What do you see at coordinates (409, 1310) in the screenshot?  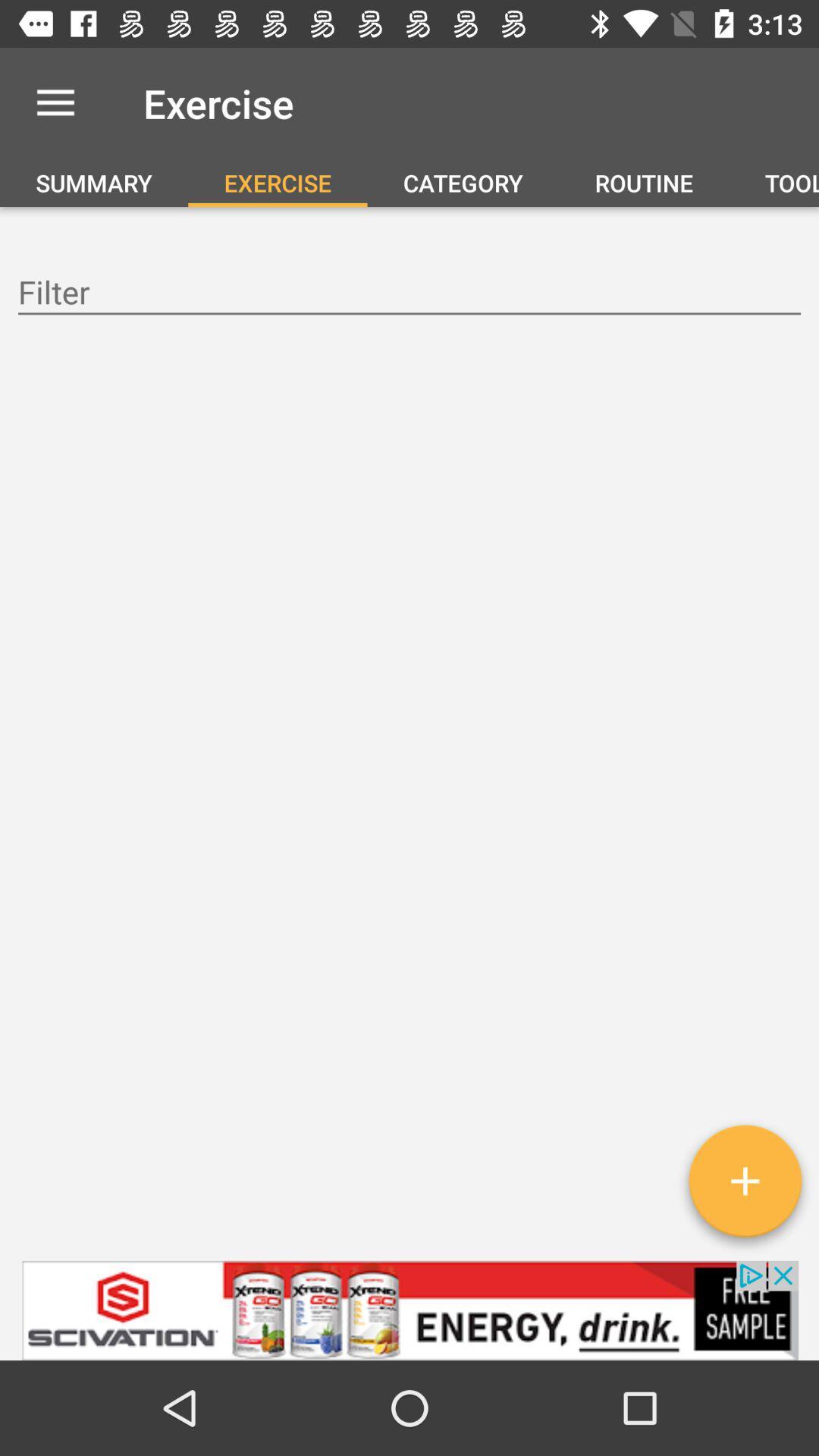 I see `this advertisement` at bounding box center [409, 1310].